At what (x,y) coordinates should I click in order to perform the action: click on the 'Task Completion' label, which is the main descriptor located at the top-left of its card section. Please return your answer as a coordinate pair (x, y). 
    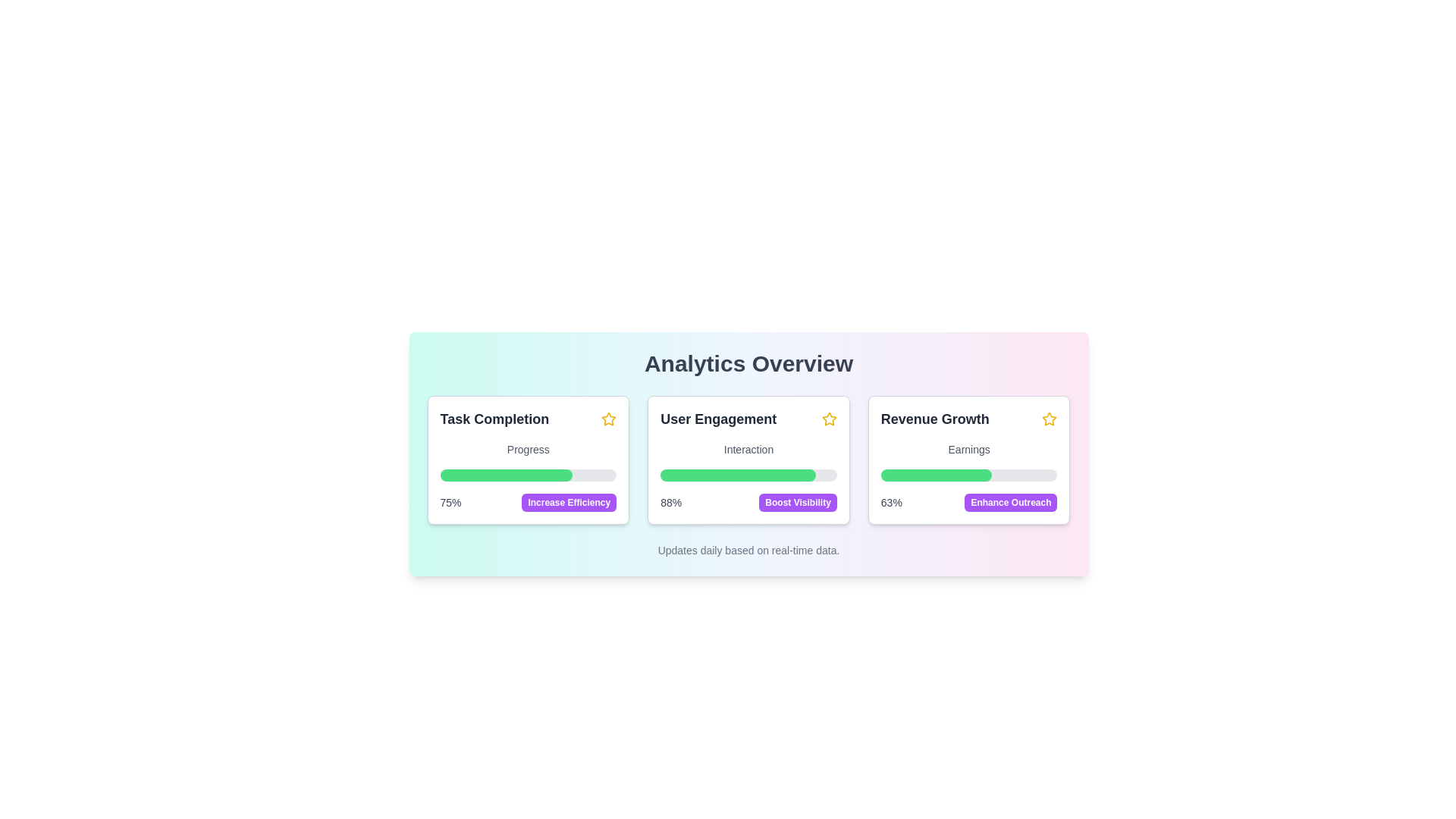
    Looking at the image, I should click on (528, 419).